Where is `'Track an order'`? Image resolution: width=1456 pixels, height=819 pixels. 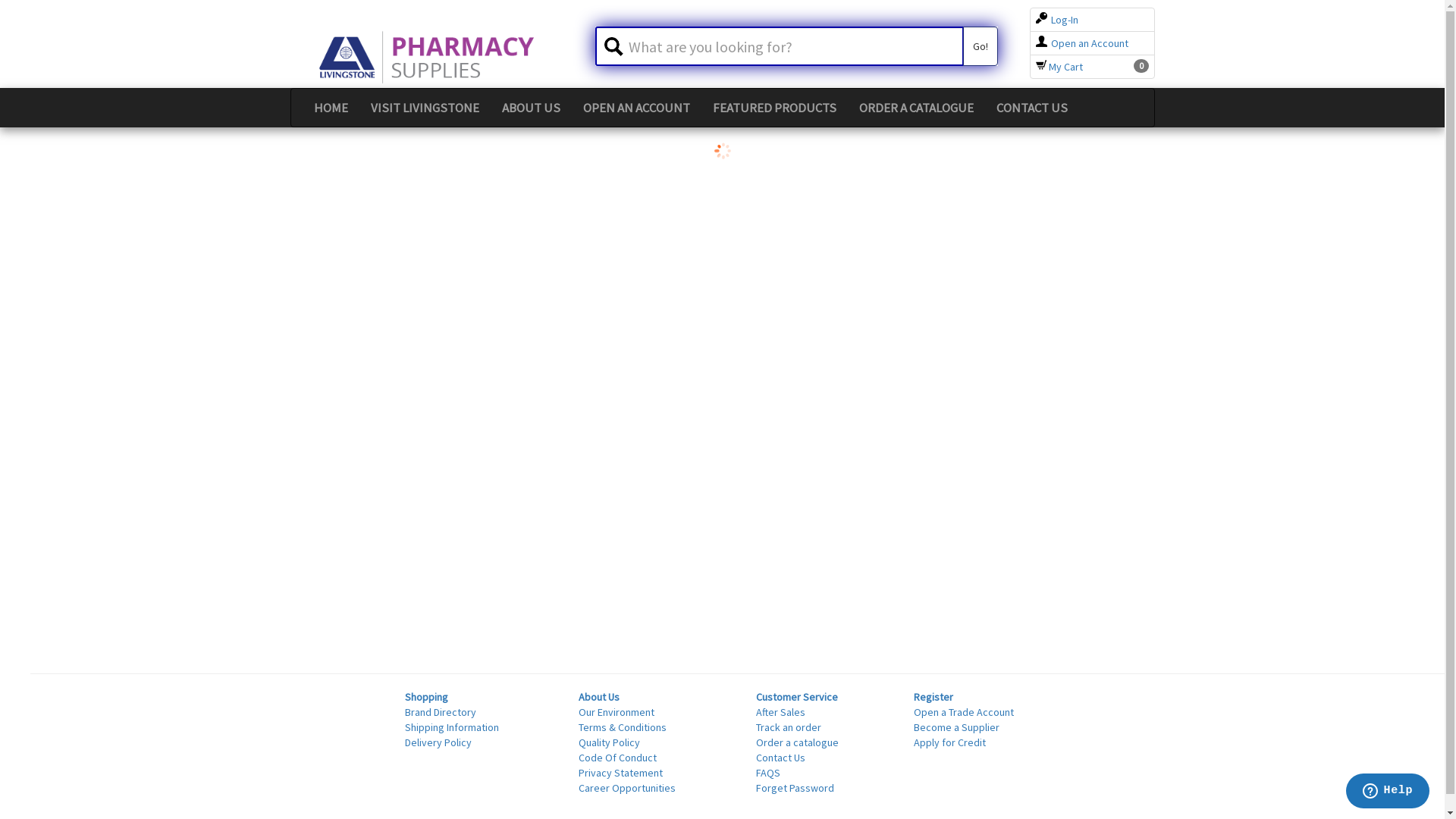
'Track an order' is located at coordinates (789, 726).